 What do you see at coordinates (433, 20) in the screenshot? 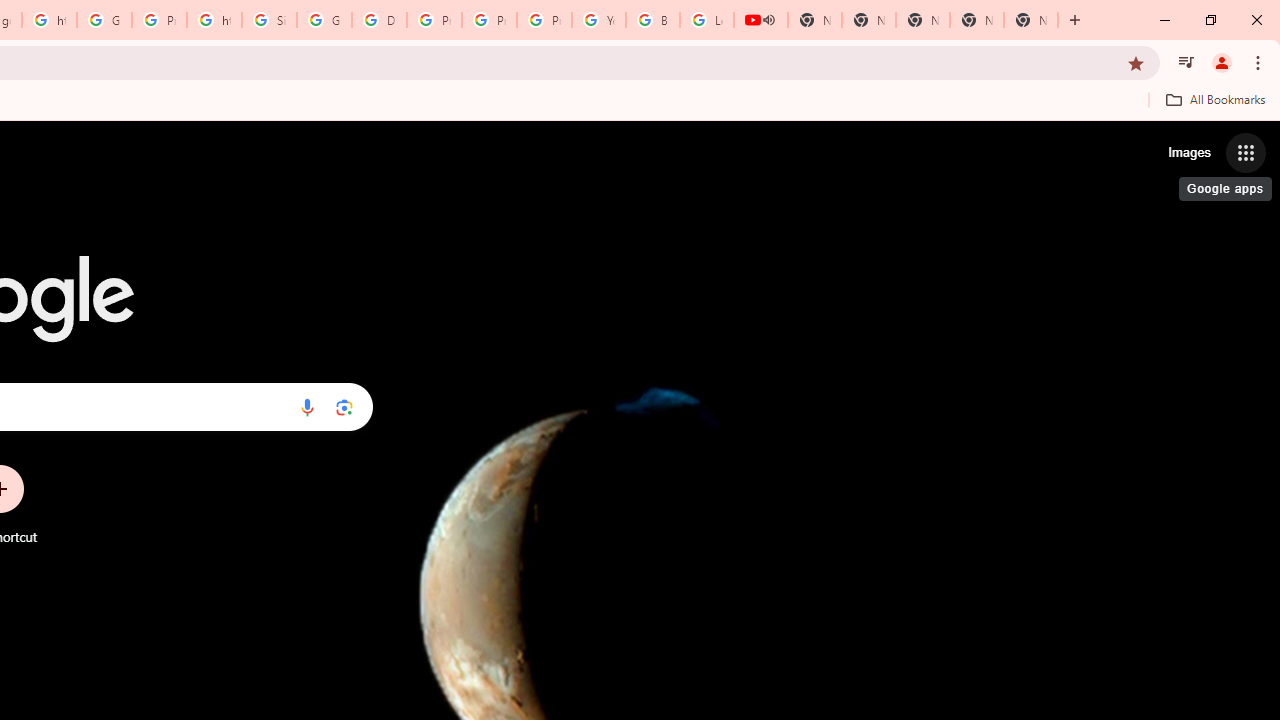
I see `'Privacy Help Center - Policies Help'` at bounding box center [433, 20].